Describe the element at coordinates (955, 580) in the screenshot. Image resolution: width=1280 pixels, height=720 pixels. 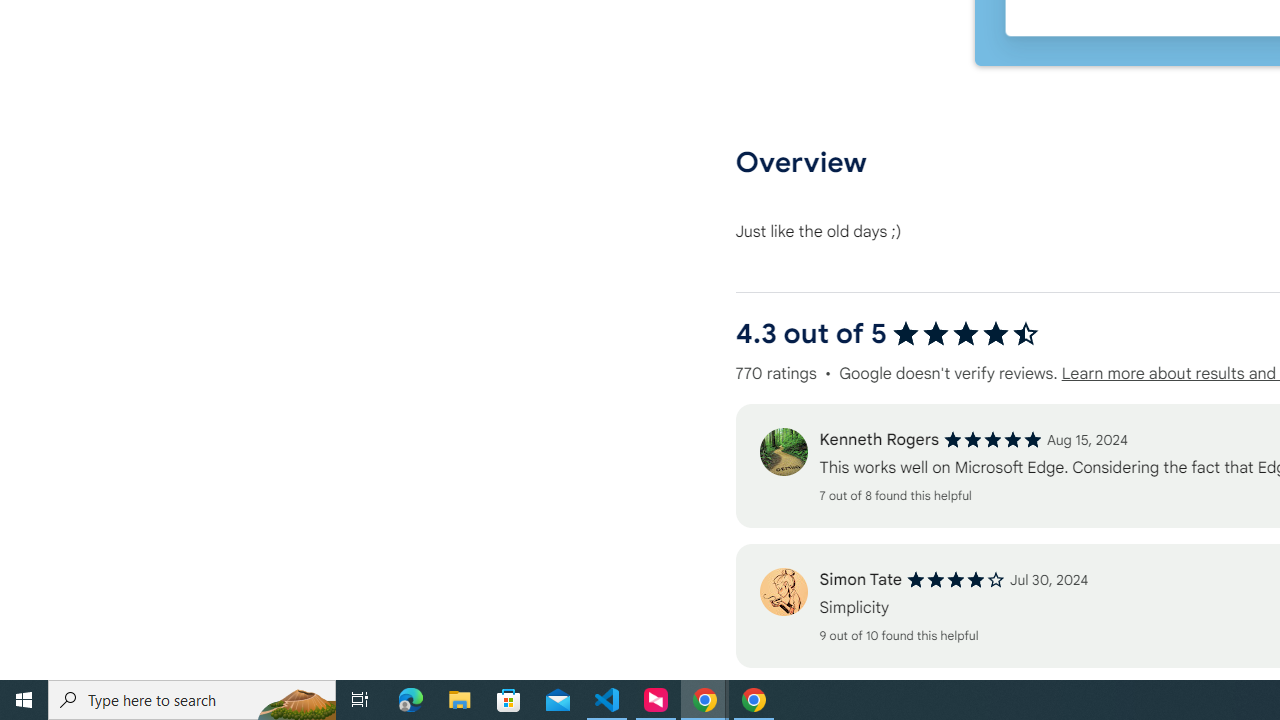
I see `'4 out of 5 stars'` at that location.